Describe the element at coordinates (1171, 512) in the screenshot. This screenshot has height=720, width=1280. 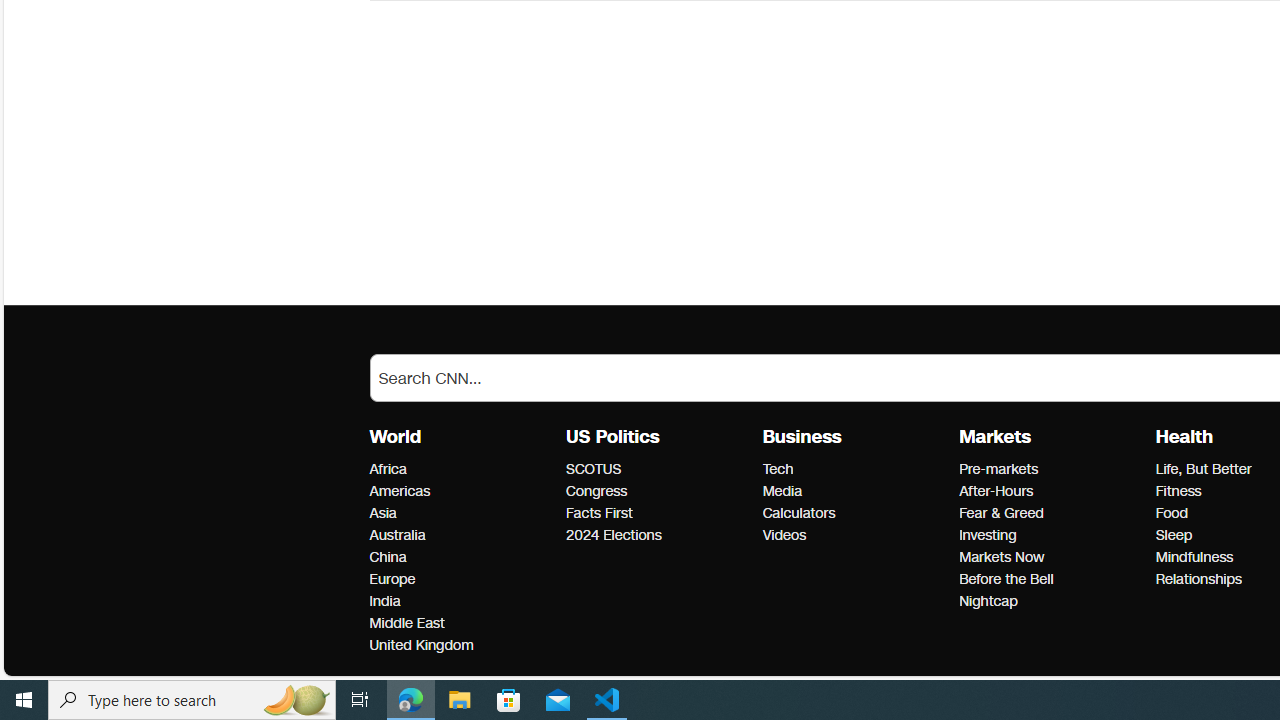
I see `'Health Food'` at that location.